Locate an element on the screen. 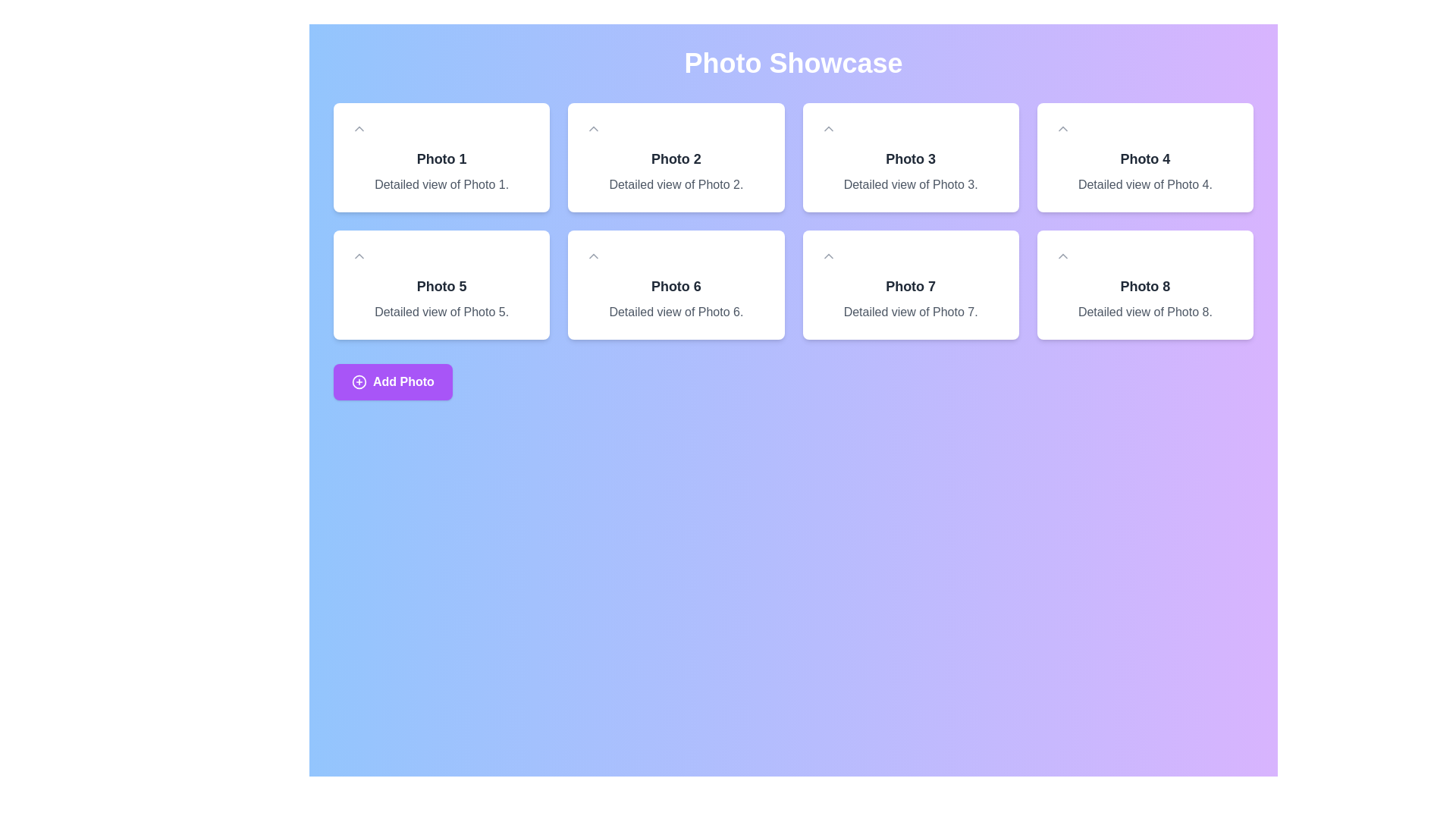  the visual and textual card that provides a brief summary of Photo 4, which is the fourth card in the first row of the grid layout is located at coordinates (1145, 158).